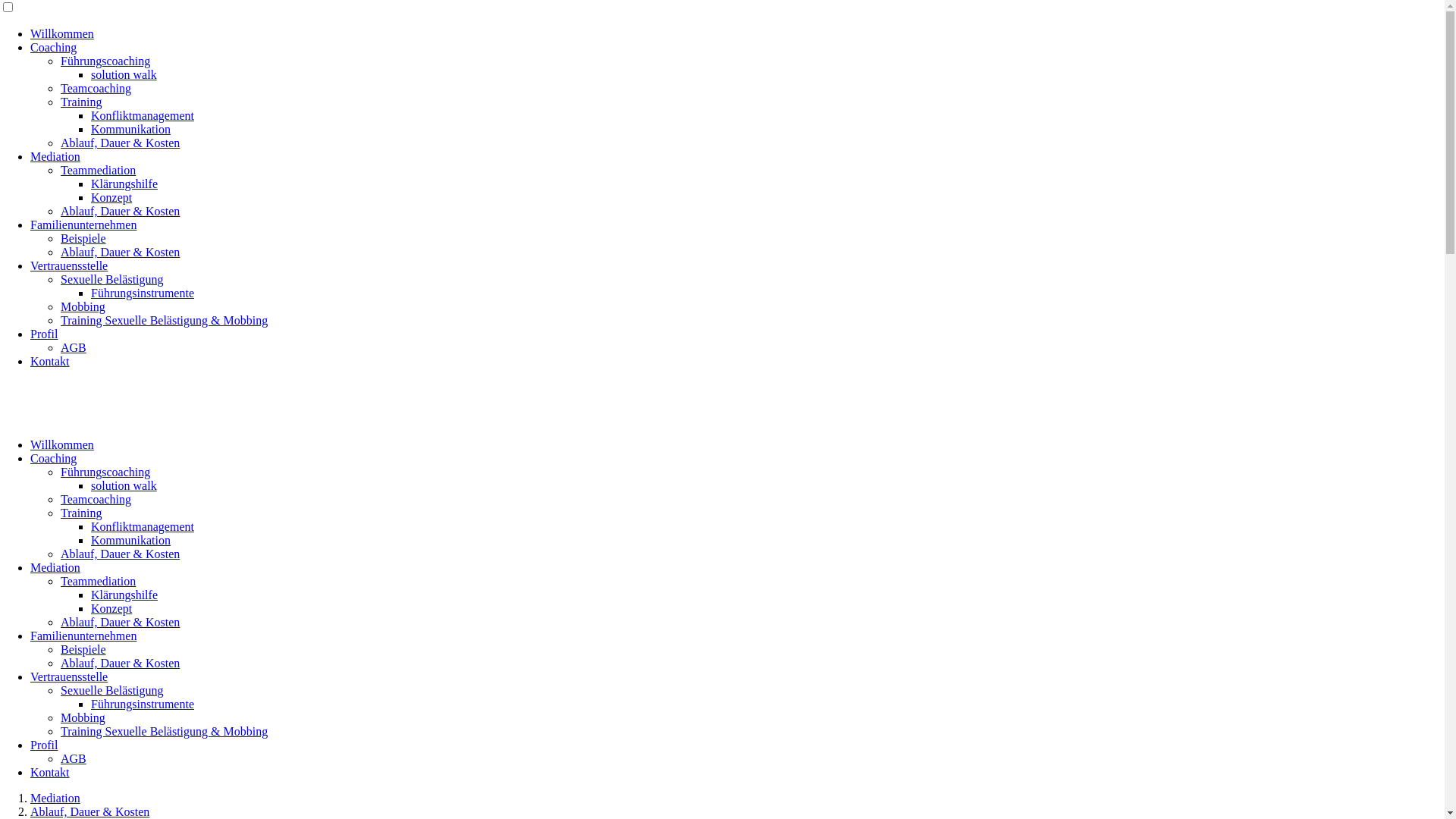  Describe the element at coordinates (82, 306) in the screenshot. I see `'Mobbing'` at that location.